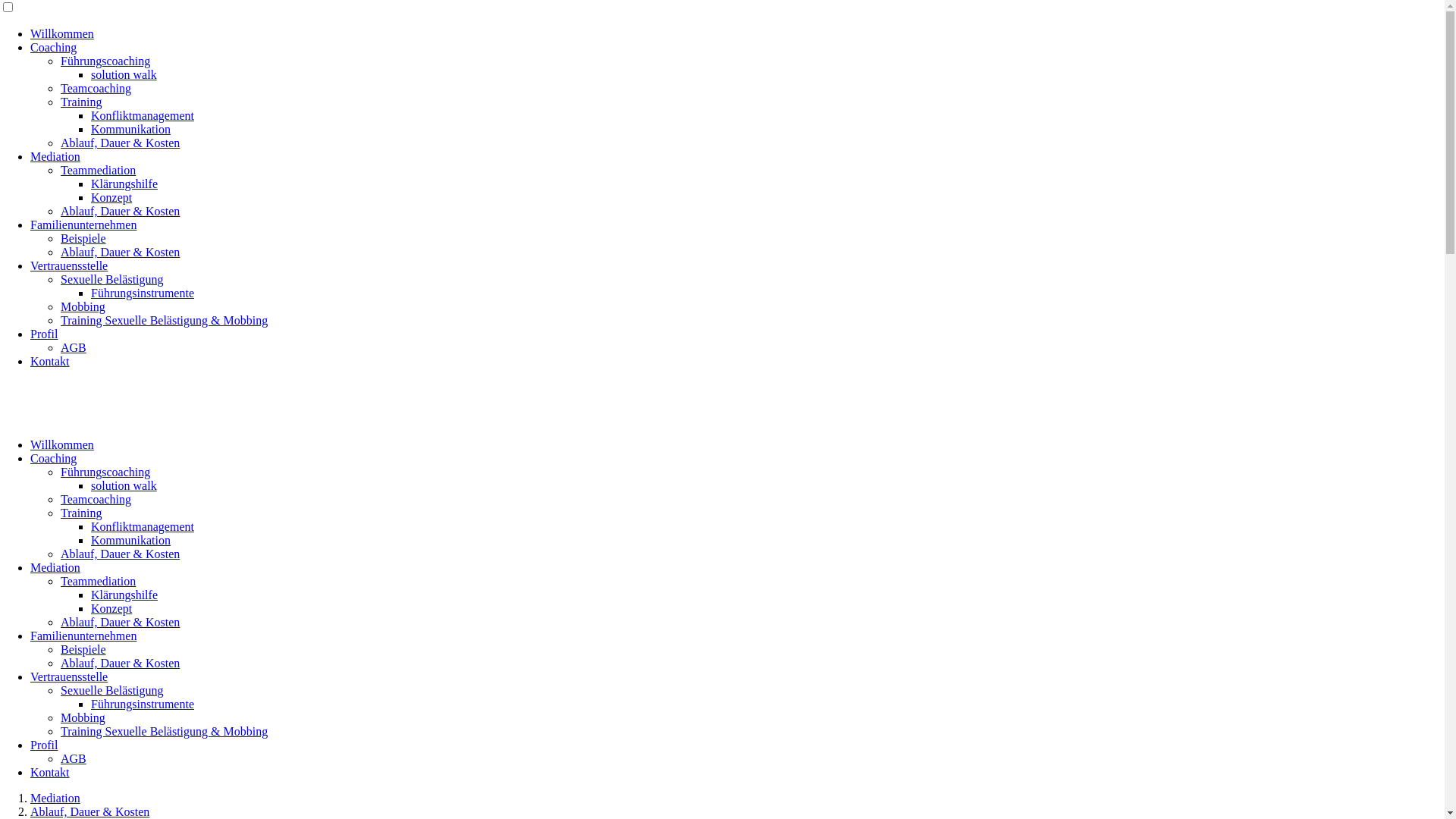  Describe the element at coordinates (82, 306) in the screenshot. I see `'Mobbing'` at that location.